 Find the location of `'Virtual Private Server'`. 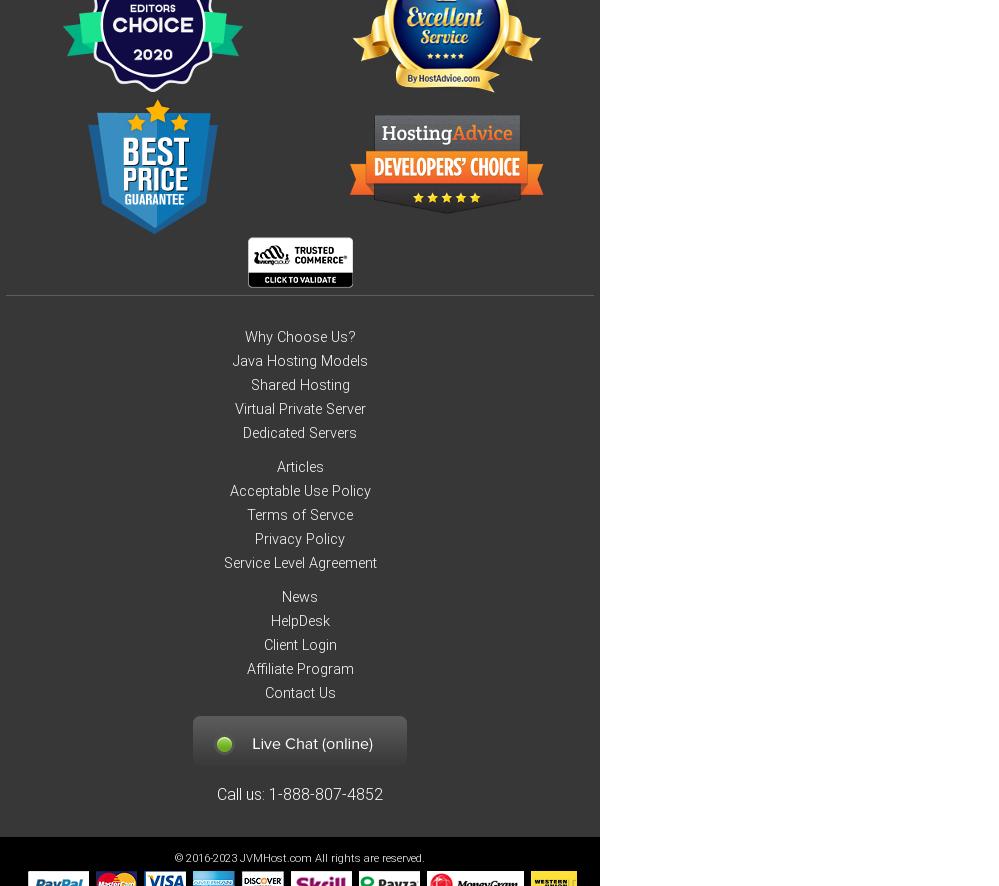

'Virtual Private Server' is located at coordinates (298, 408).